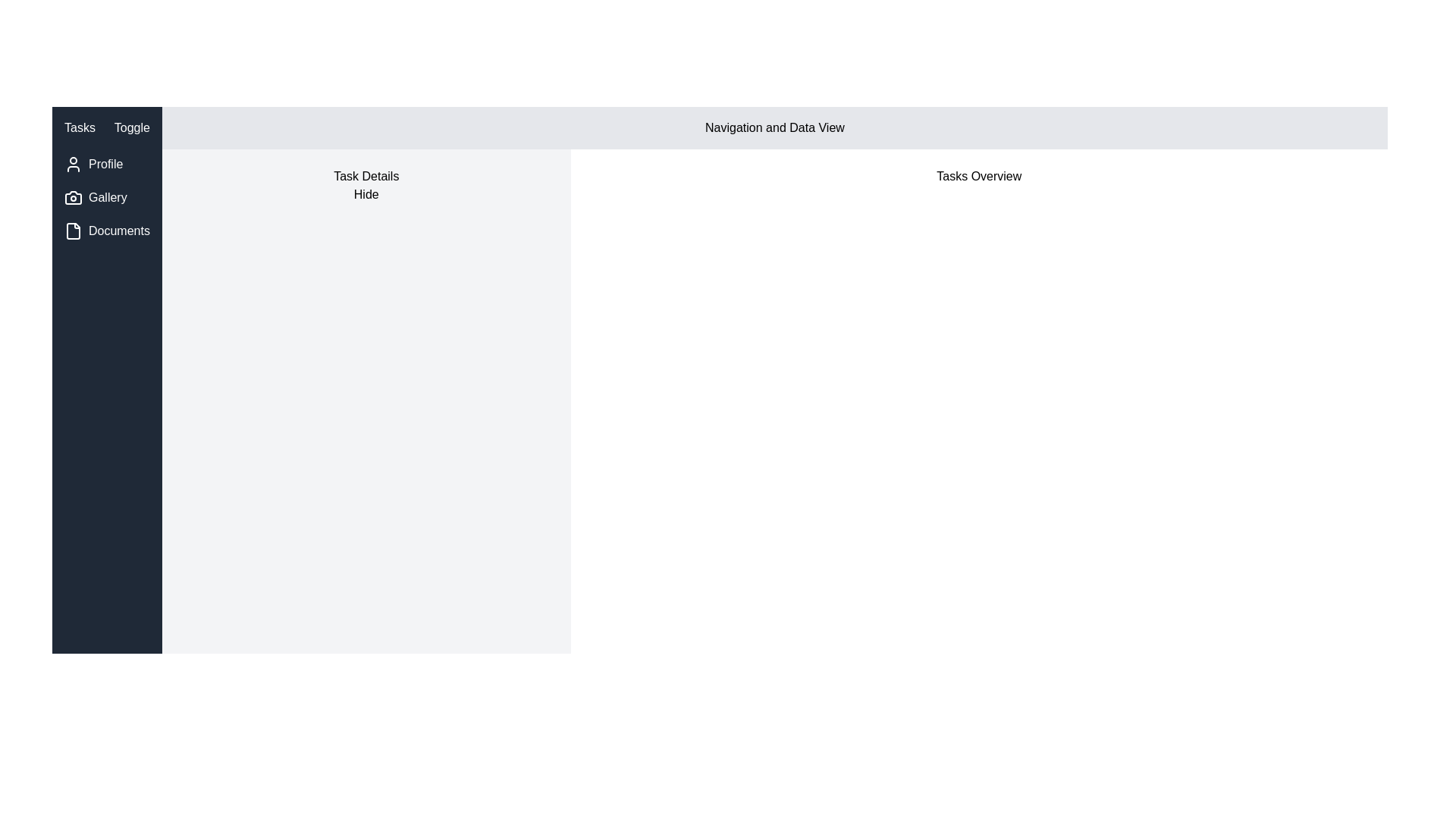 The image size is (1456, 819). Describe the element at coordinates (366, 194) in the screenshot. I see `the button that collapses the 'Task Details' section, located in the top-left quadrant of the main content area, immediately to the right below the 'Task Details' text` at that location.